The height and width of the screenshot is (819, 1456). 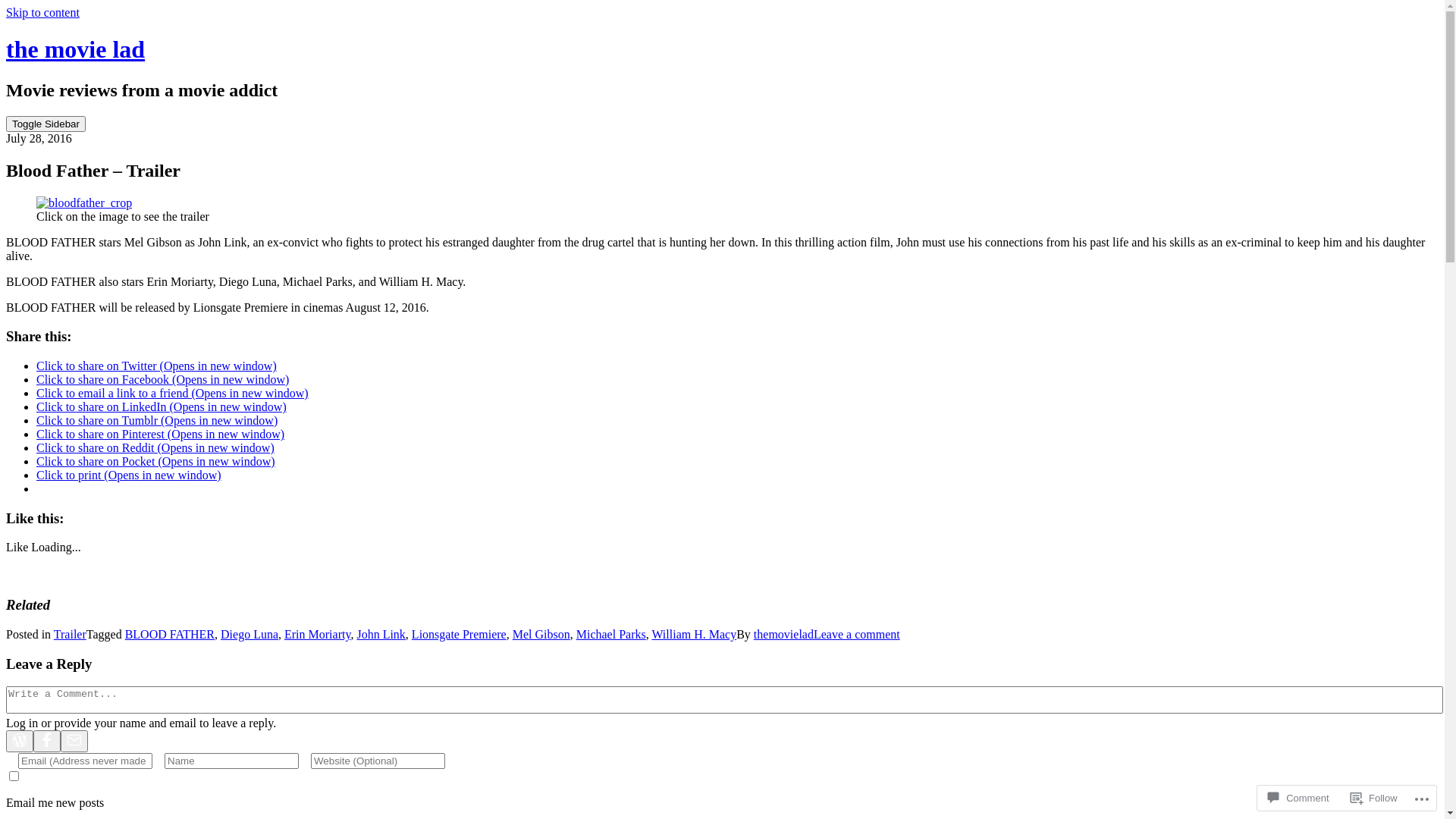 What do you see at coordinates (284, 634) in the screenshot?
I see `'Erin Moriarty'` at bounding box center [284, 634].